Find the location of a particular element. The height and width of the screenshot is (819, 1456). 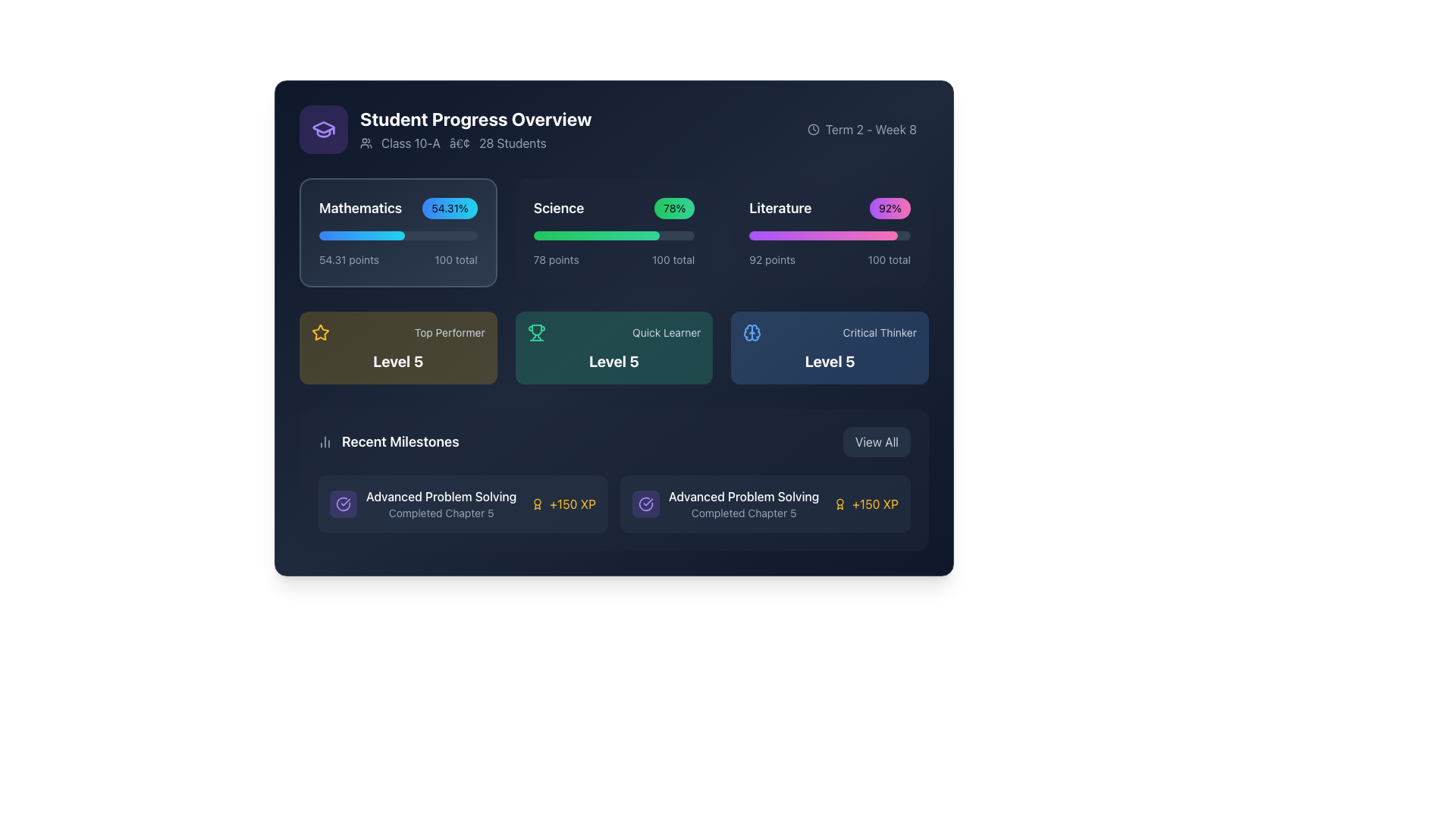

displayed text 'Mathematics' and '54.31%' from the first card in the 'Student Progress Overview' section, which is styled with a bold white font and a rounded rectangle background transitioning from blue to cyan is located at coordinates (398, 208).